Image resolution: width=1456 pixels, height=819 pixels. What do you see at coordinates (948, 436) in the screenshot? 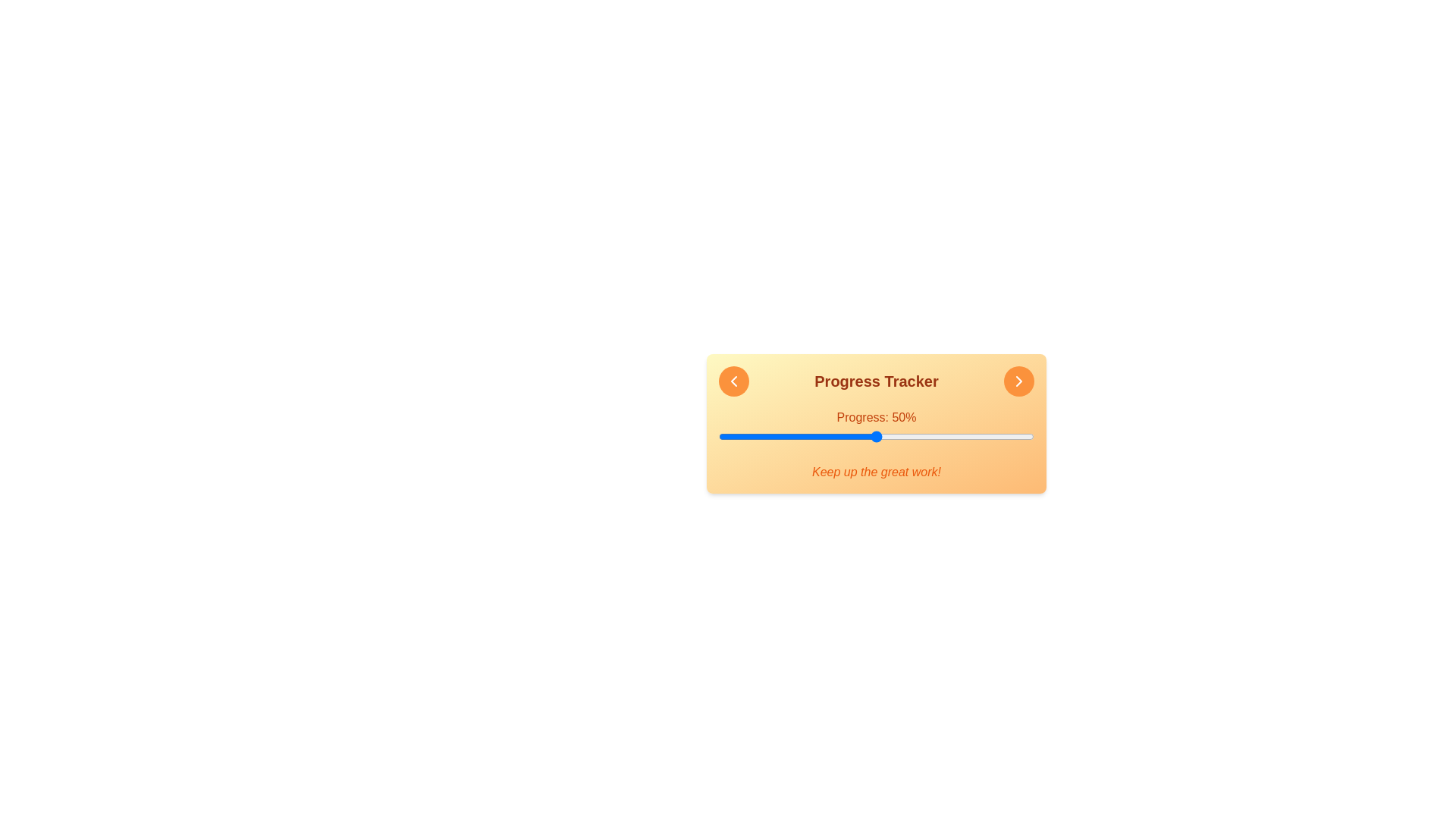
I see `the slider to set the progress to 73%` at bounding box center [948, 436].